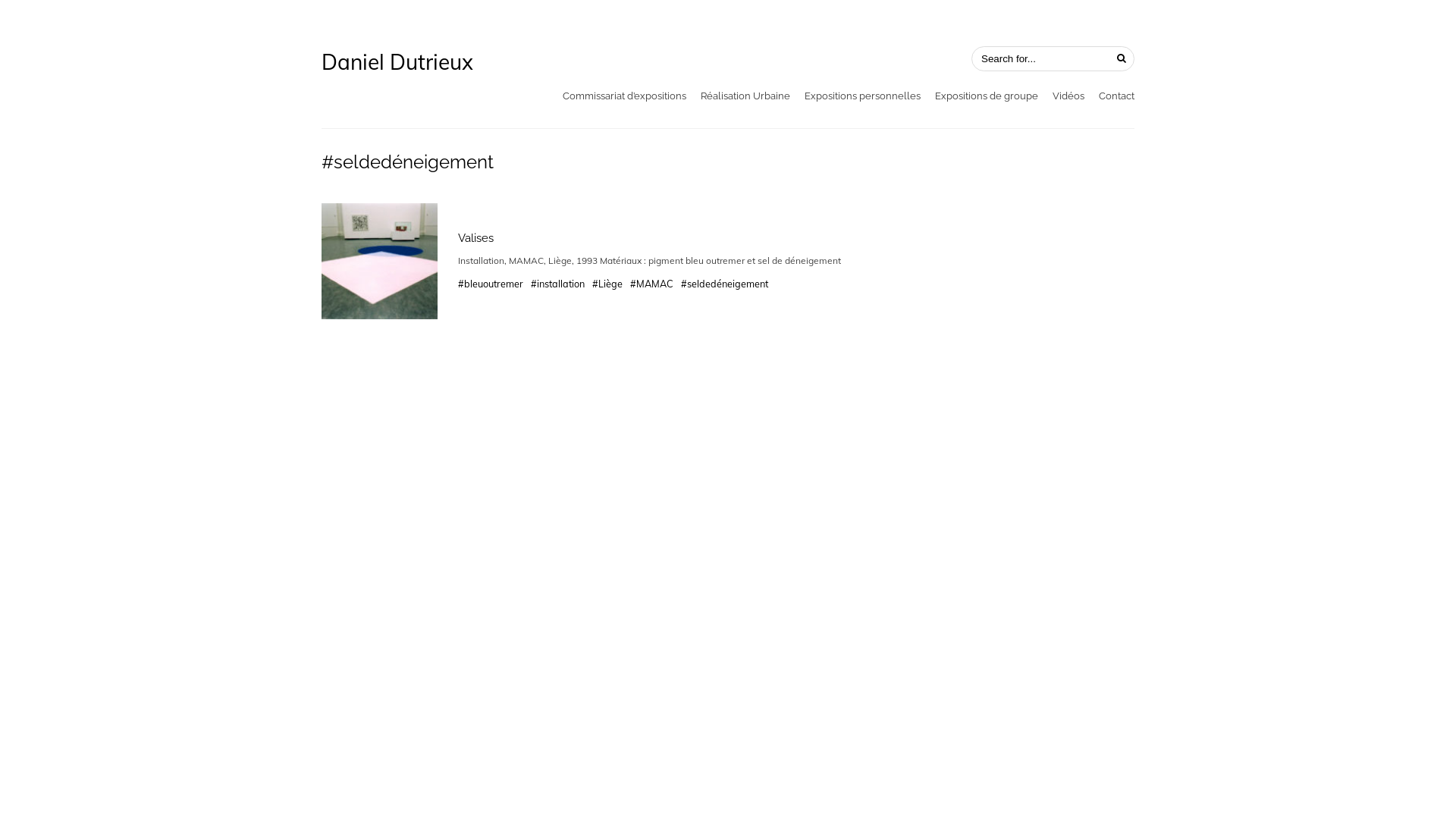  I want to click on 'Daniel Dutrieux', so click(397, 61).